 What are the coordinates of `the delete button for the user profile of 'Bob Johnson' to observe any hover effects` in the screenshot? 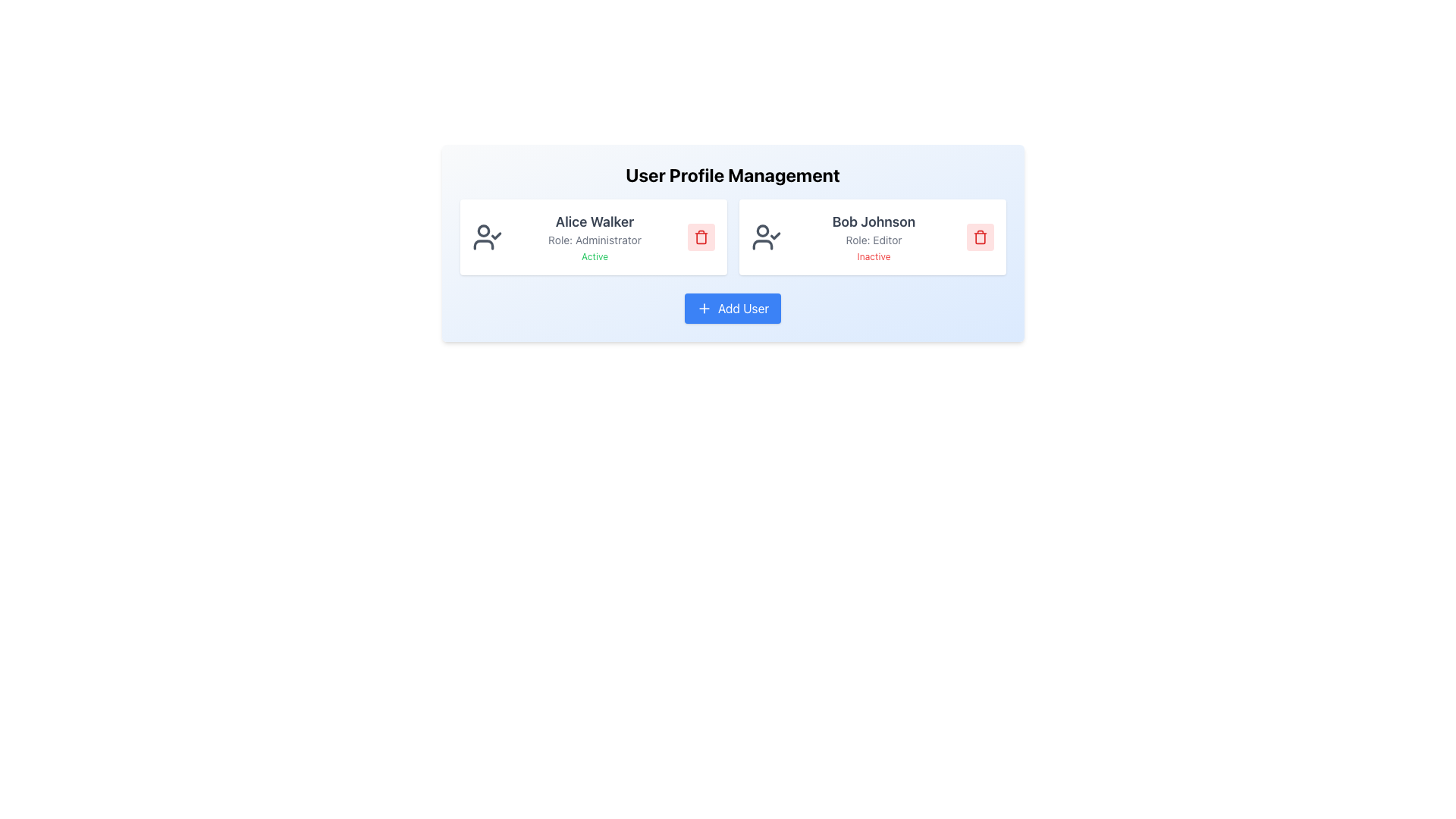 It's located at (980, 237).